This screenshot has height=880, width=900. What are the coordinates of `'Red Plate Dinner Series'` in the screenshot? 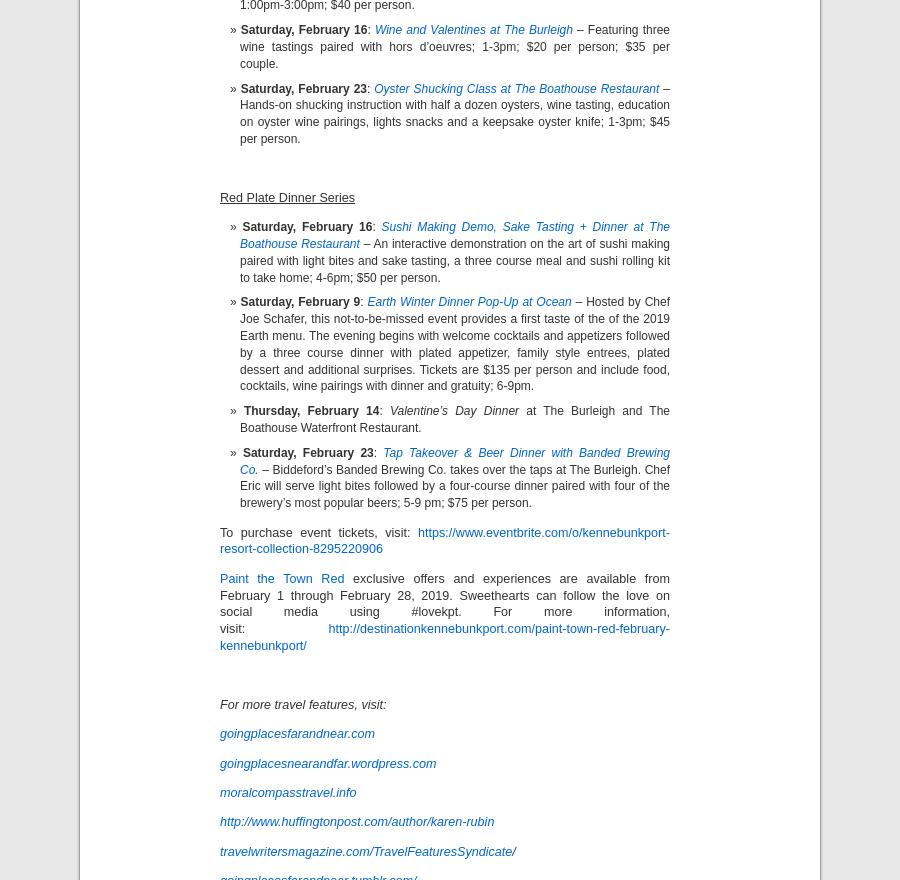 It's located at (286, 197).